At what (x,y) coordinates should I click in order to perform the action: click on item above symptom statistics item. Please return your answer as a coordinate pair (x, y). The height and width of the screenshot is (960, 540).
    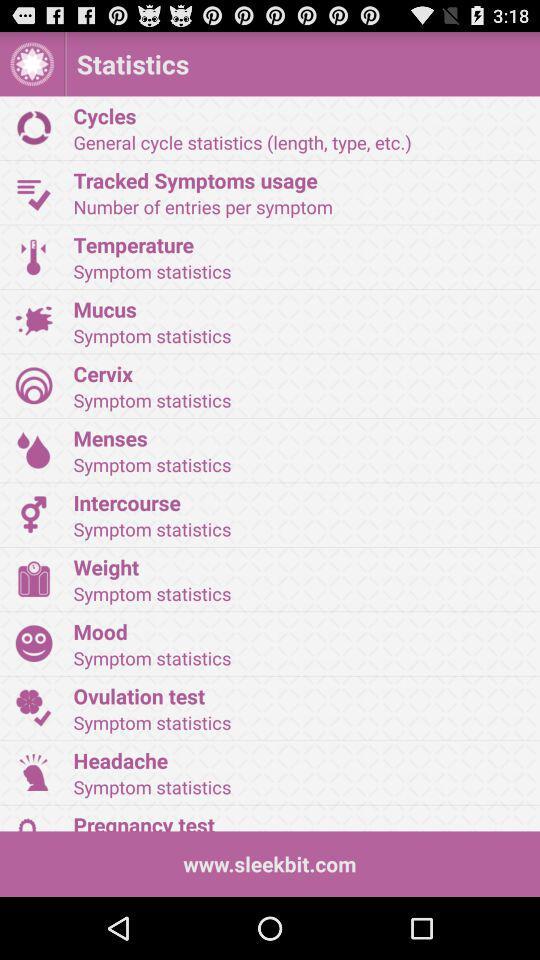
    Looking at the image, I should click on (299, 372).